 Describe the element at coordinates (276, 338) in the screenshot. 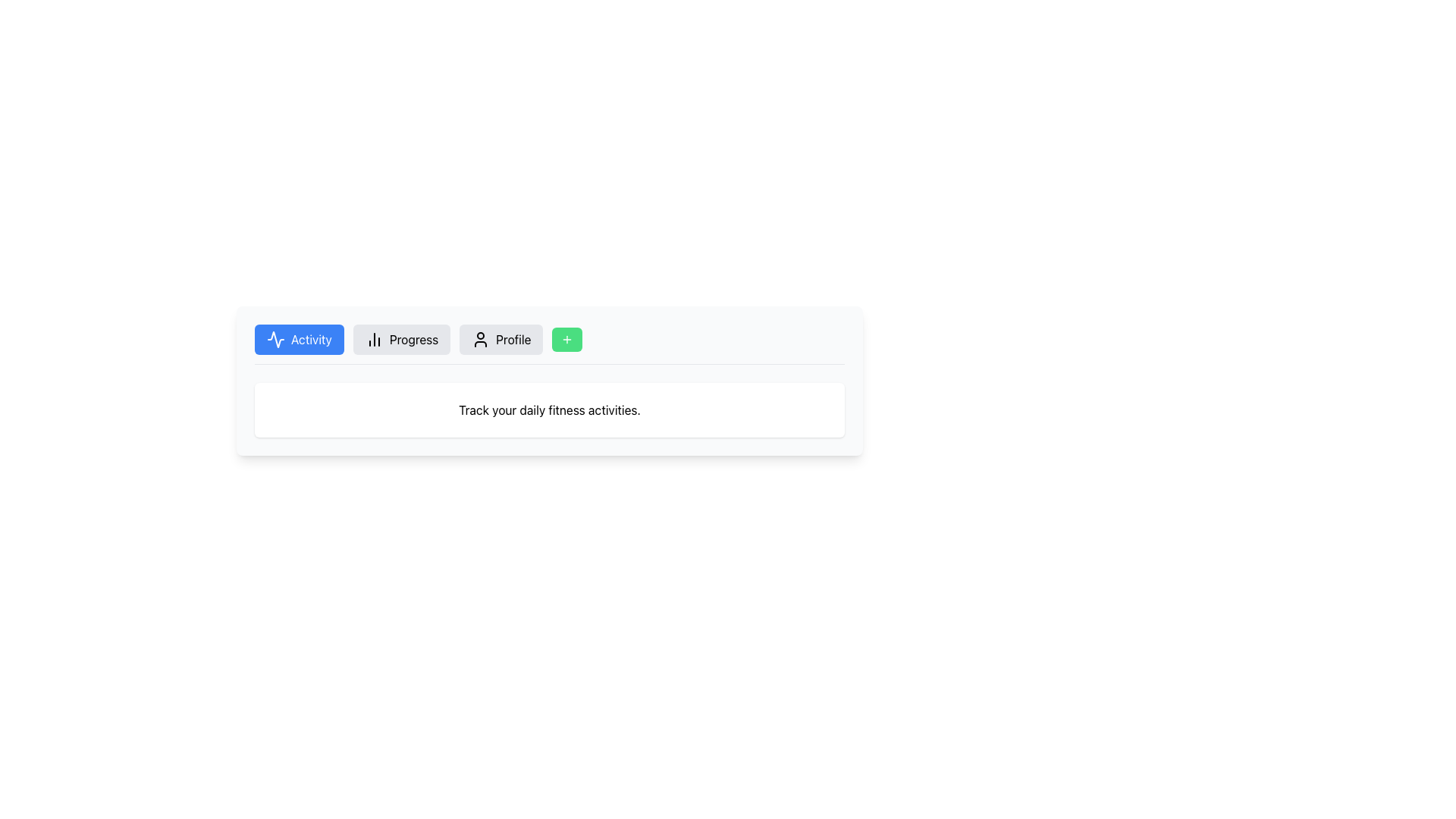

I see `the 'Activity' button which contains an icon depicting an activity pulse or wave with a blue background and white outline, located at the leftmost part of the button` at that location.